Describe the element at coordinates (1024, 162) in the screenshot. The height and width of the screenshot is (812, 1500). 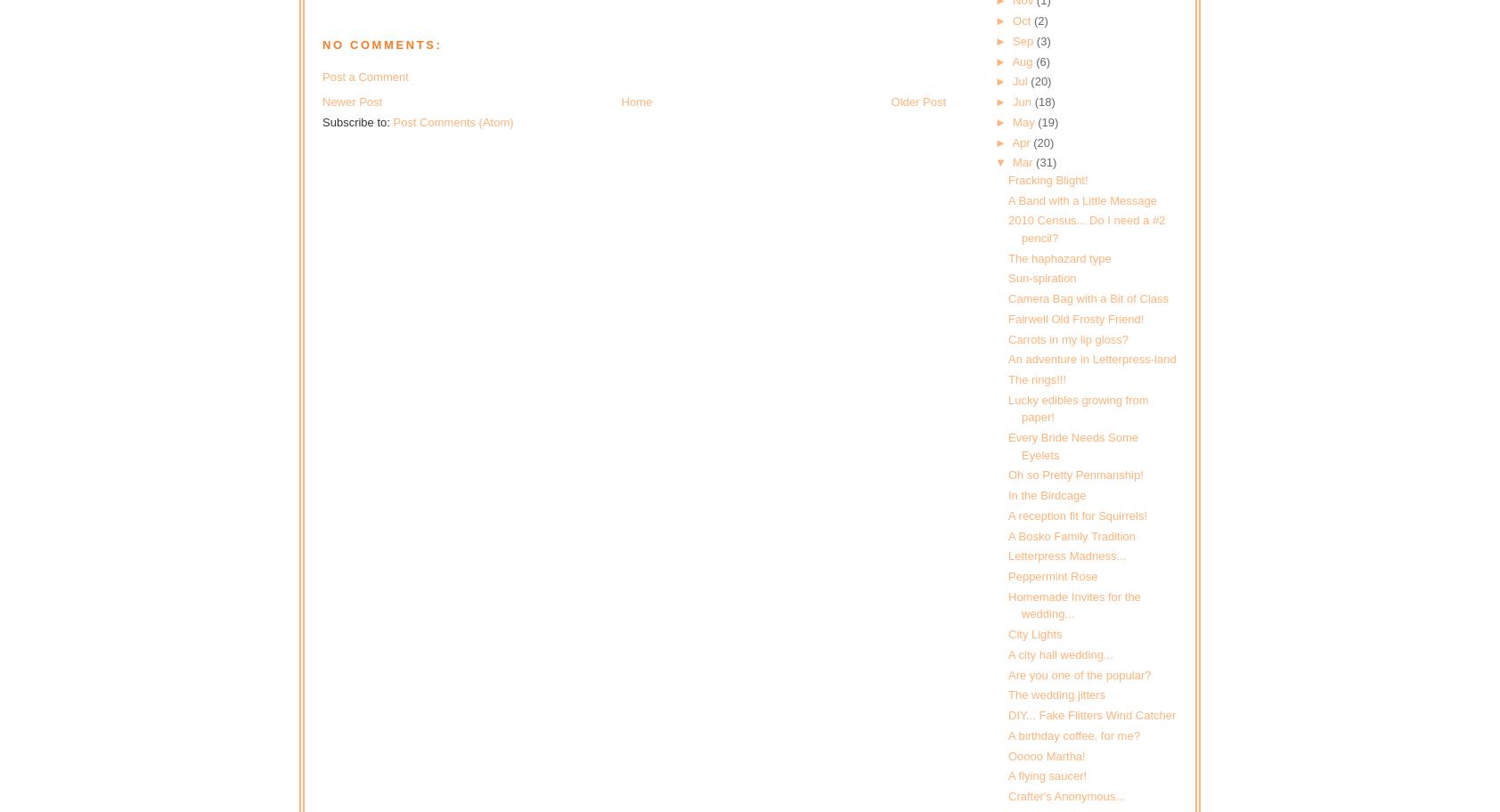
I see `'Mar'` at that location.